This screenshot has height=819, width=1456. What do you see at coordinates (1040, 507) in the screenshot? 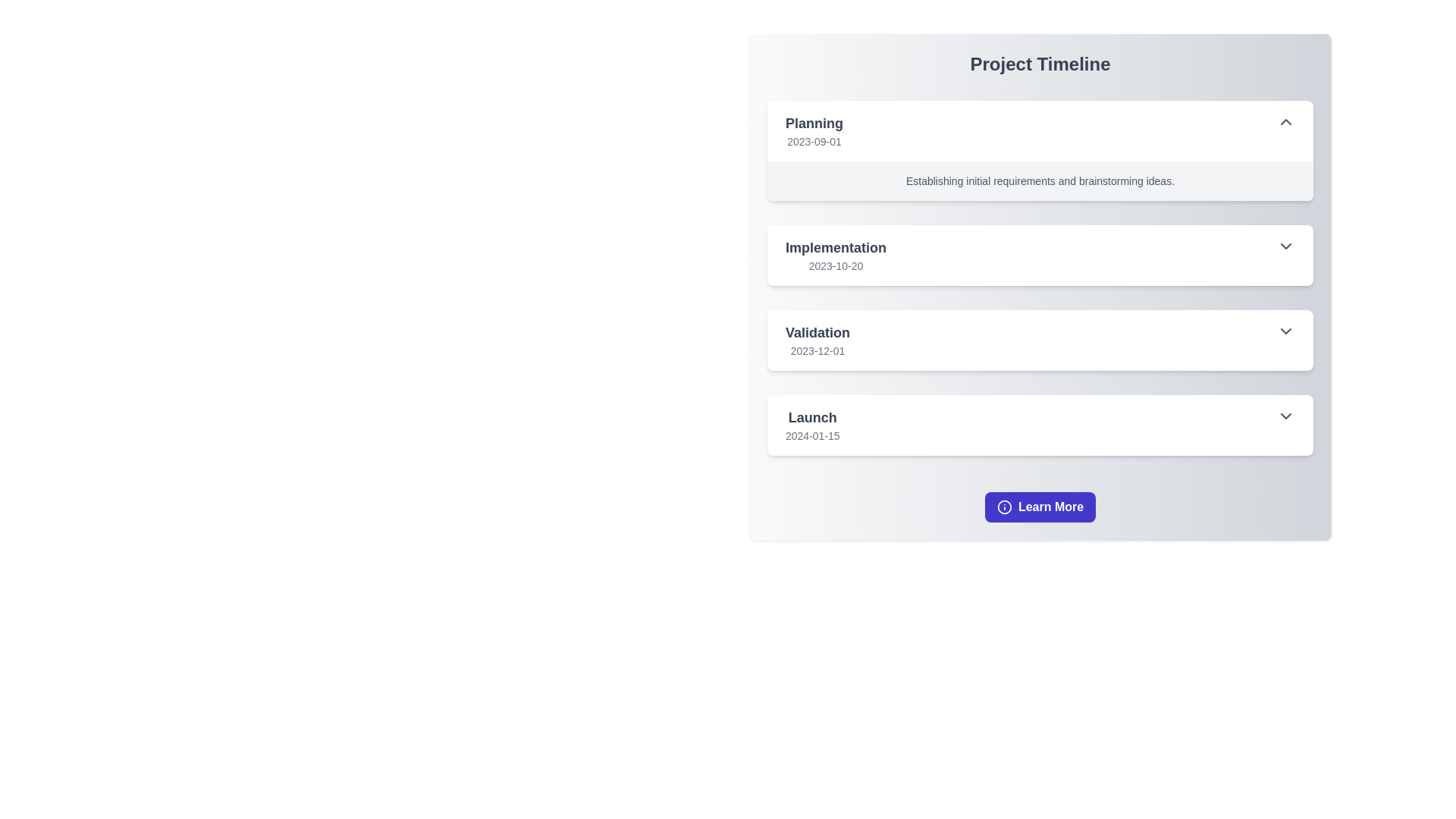
I see `the call-to-action button positioned at the bottom of the 'Project Timeline' section` at bounding box center [1040, 507].